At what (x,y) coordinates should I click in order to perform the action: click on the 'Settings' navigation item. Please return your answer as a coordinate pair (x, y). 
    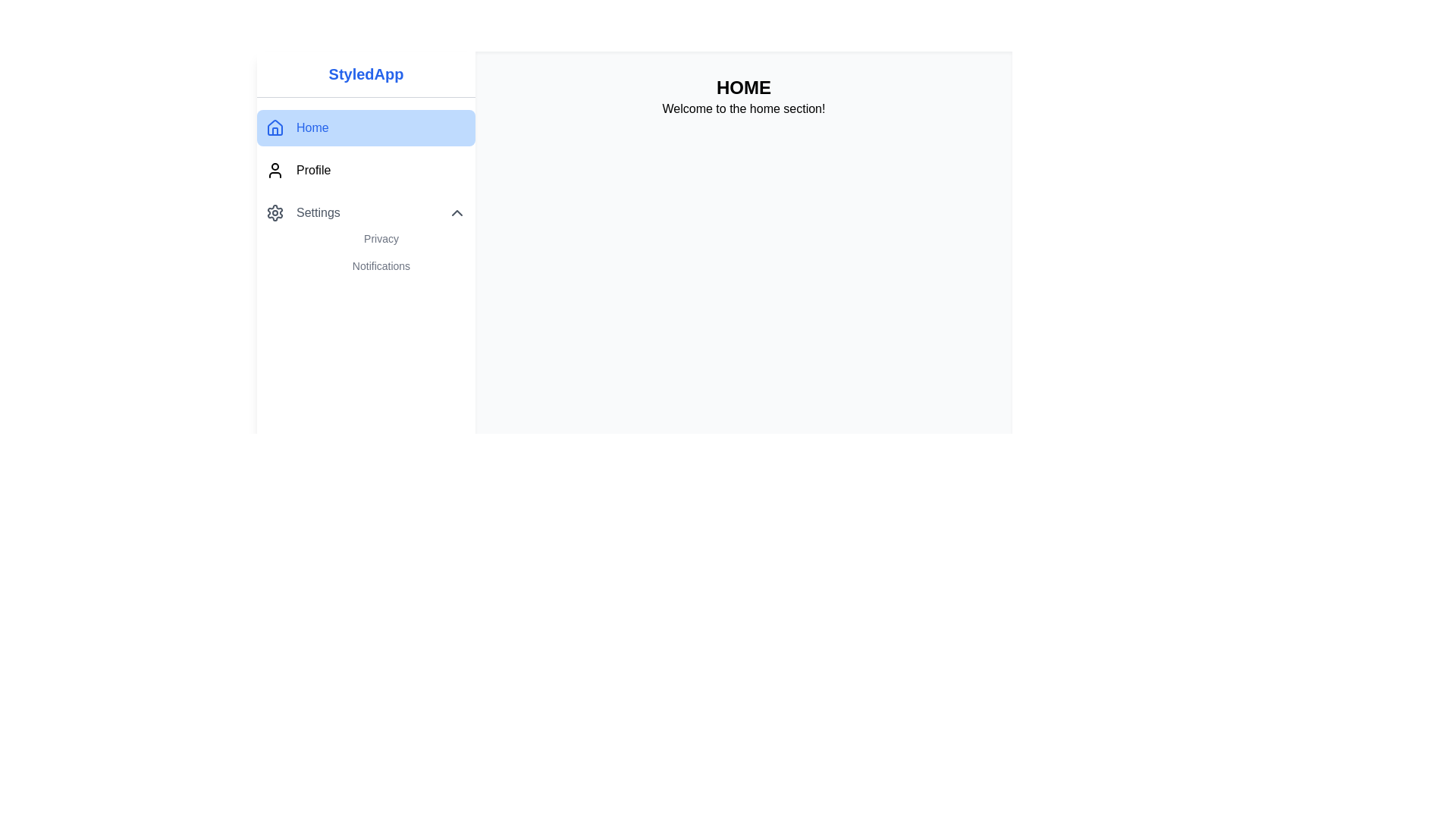
    Looking at the image, I should click on (303, 213).